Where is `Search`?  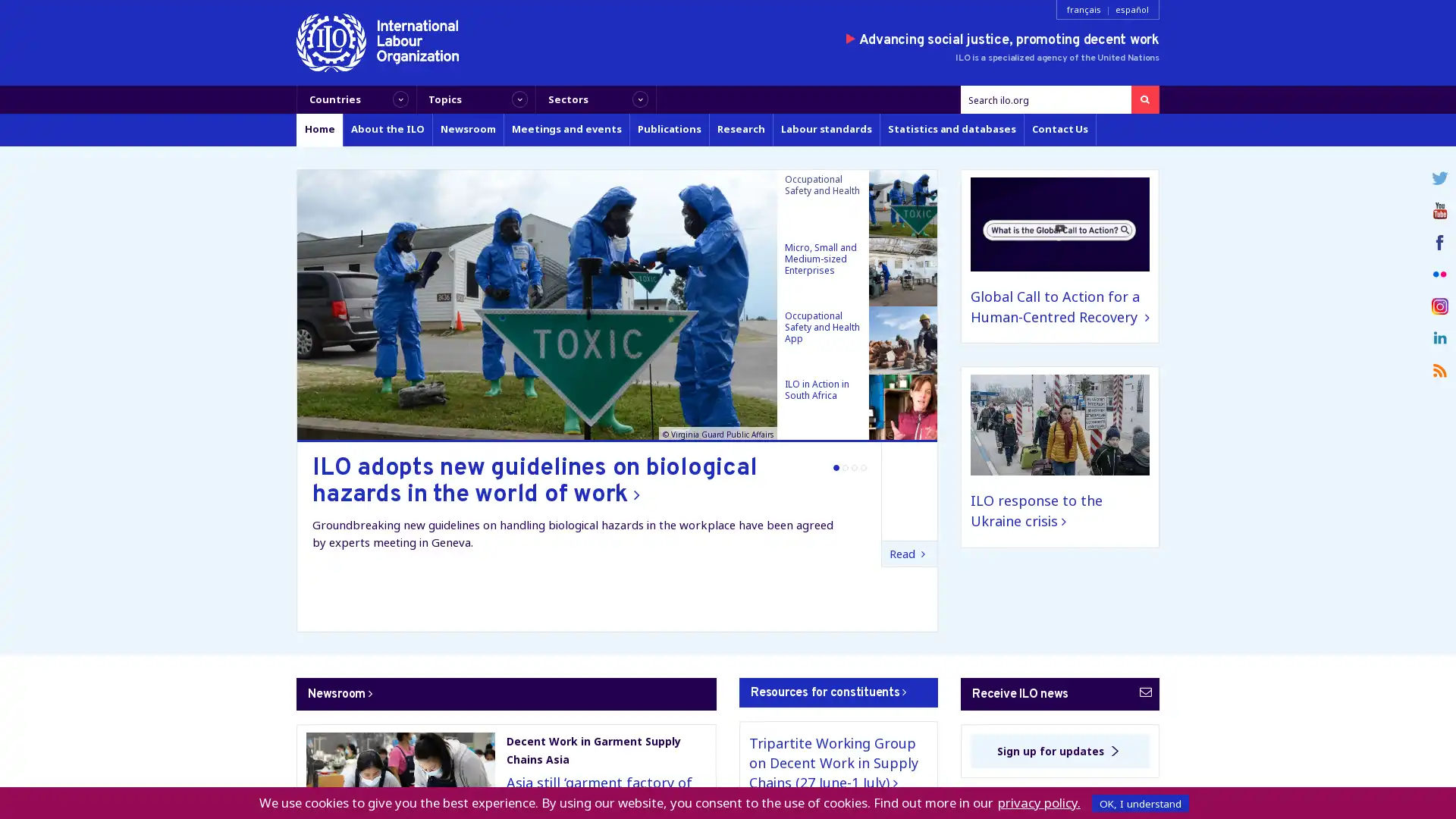 Search is located at coordinates (1144, 99).